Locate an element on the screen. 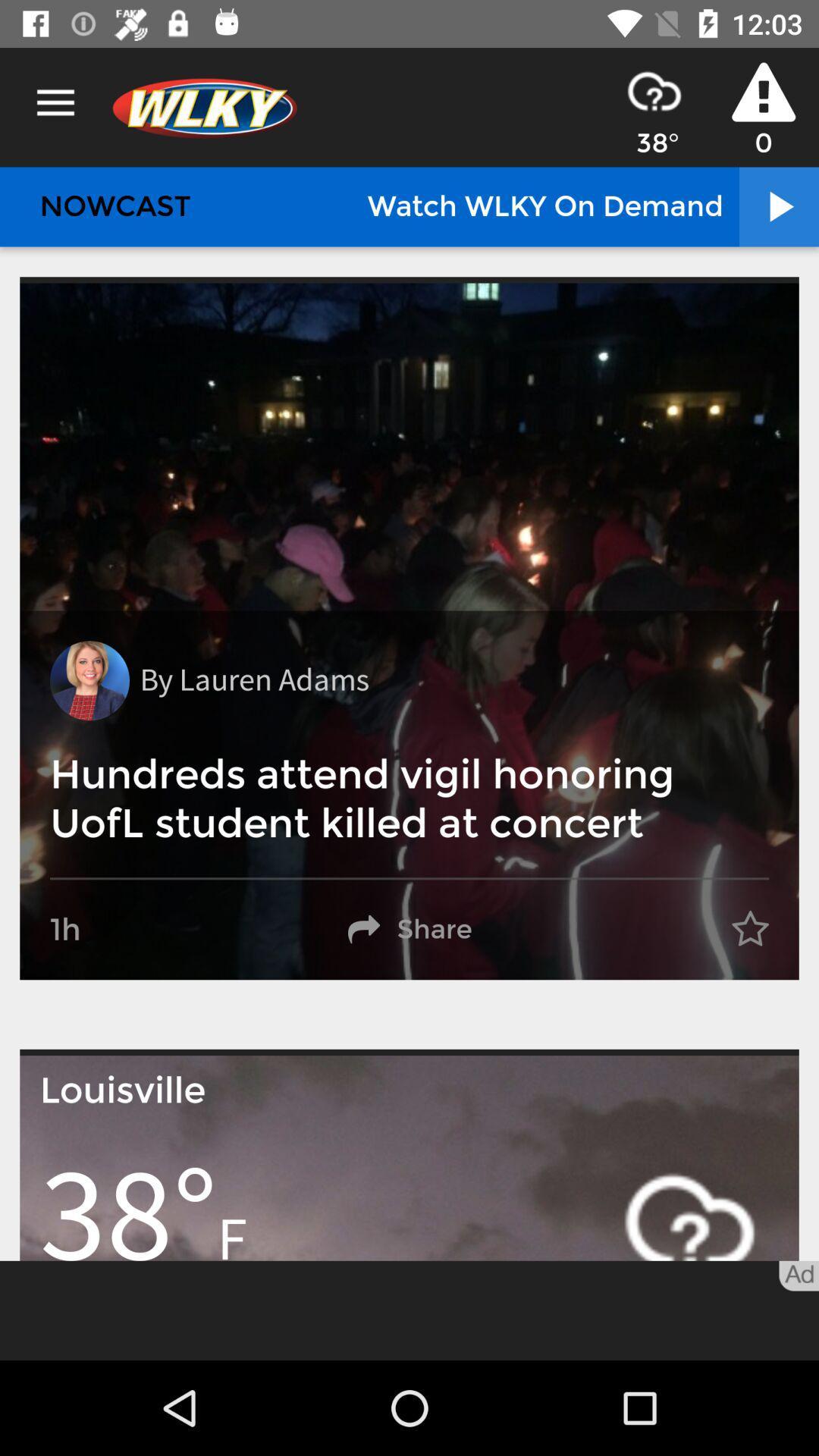  icon above hundreds attend vigil item is located at coordinates (253, 679).